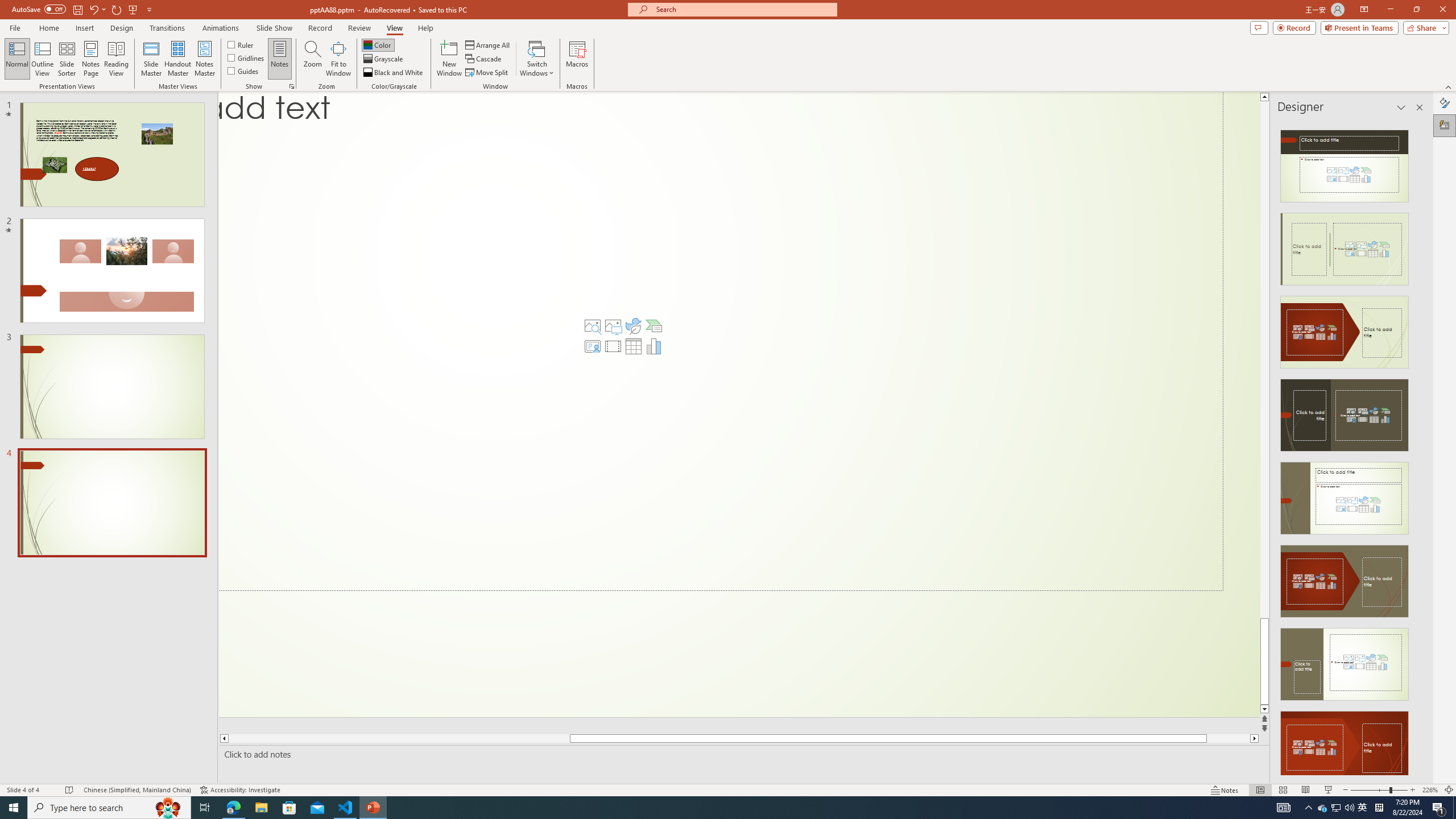 Image resolution: width=1456 pixels, height=819 pixels. Describe the element at coordinates (487, 44) in the screenshot. I see `'Arrange All'` at that location.